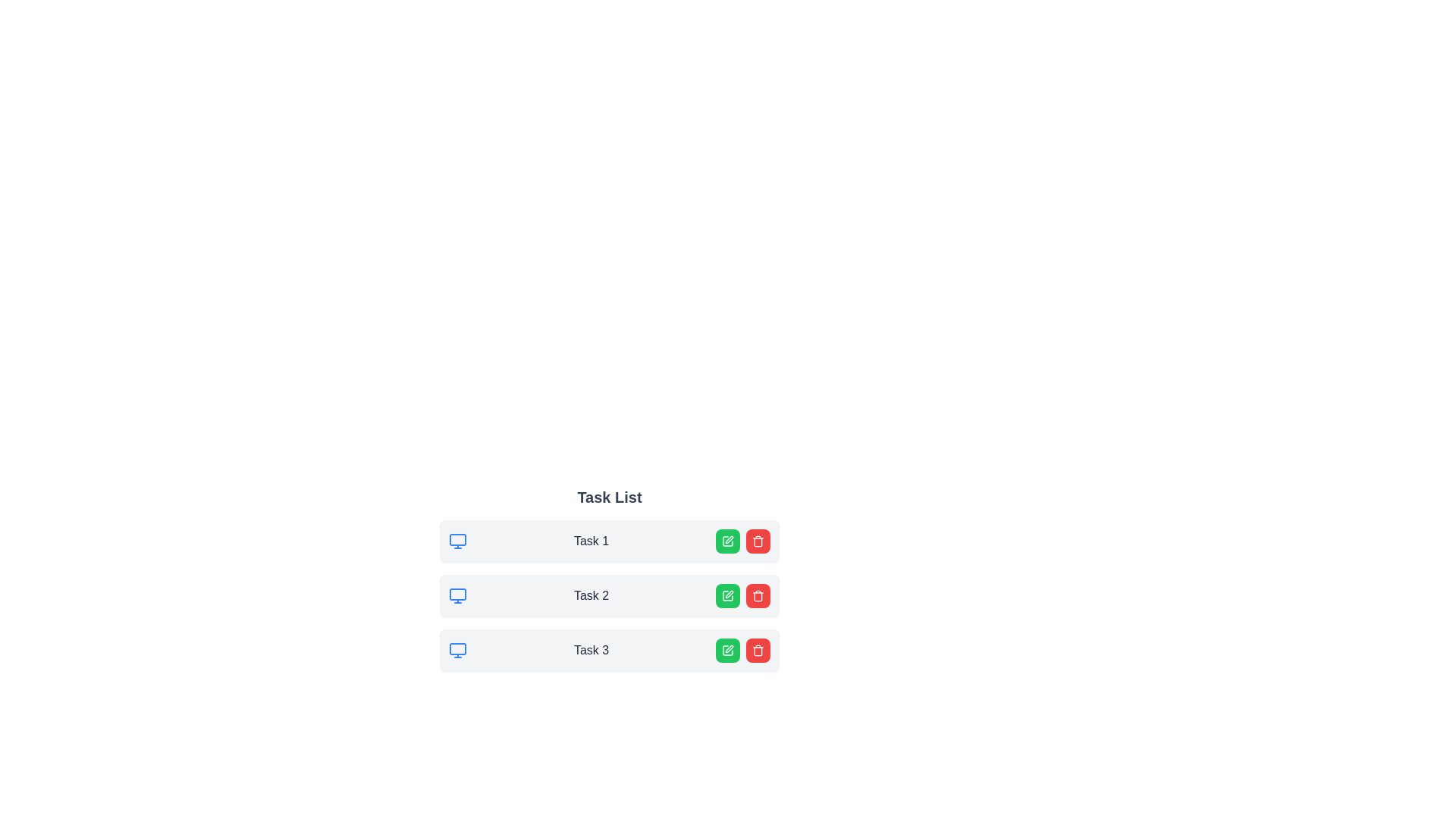 The width and height of the screenshot is (1456, 819). I want to click on the first button in the action button group located at the far right of the row labeled 'Task 3' to initiate the edit function, so click(728, 649).